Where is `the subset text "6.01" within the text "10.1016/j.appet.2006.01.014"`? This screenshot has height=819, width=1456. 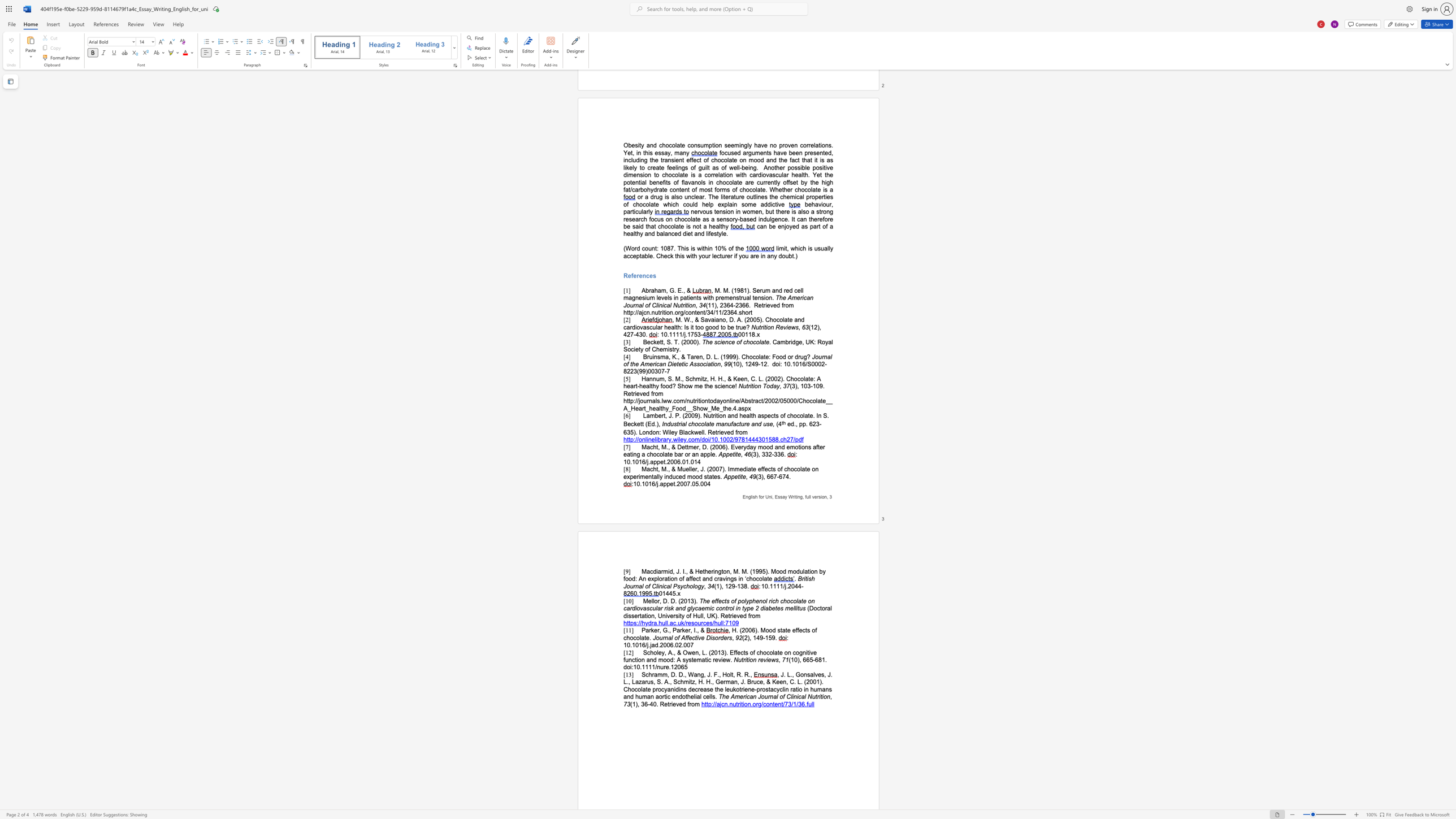
the subset text "6.01" within the text "10.1016/j.appet.2006.01.014" is located at coordinates (677, 461).